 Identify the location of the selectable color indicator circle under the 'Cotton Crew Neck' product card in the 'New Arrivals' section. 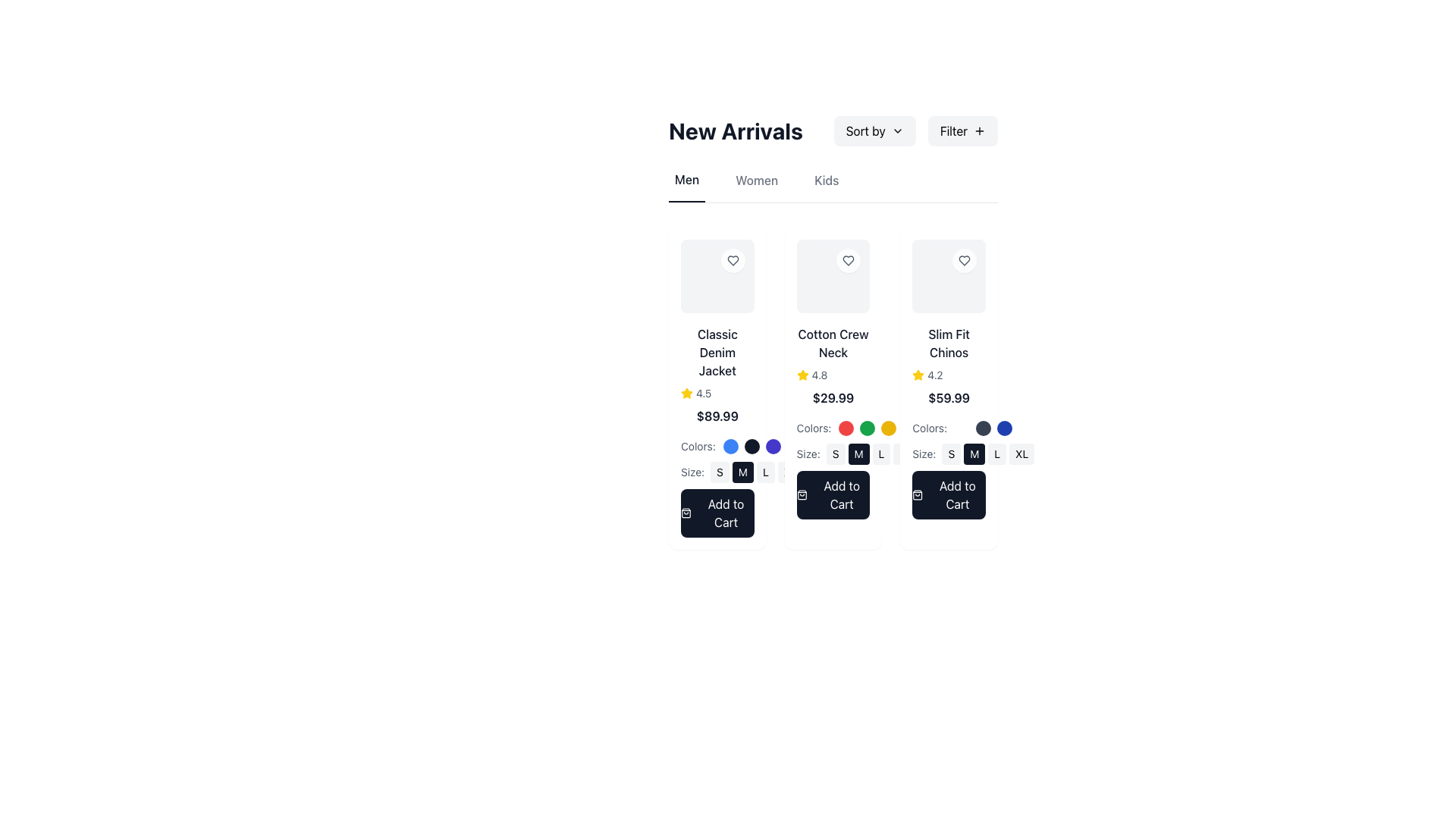
(868, 428).